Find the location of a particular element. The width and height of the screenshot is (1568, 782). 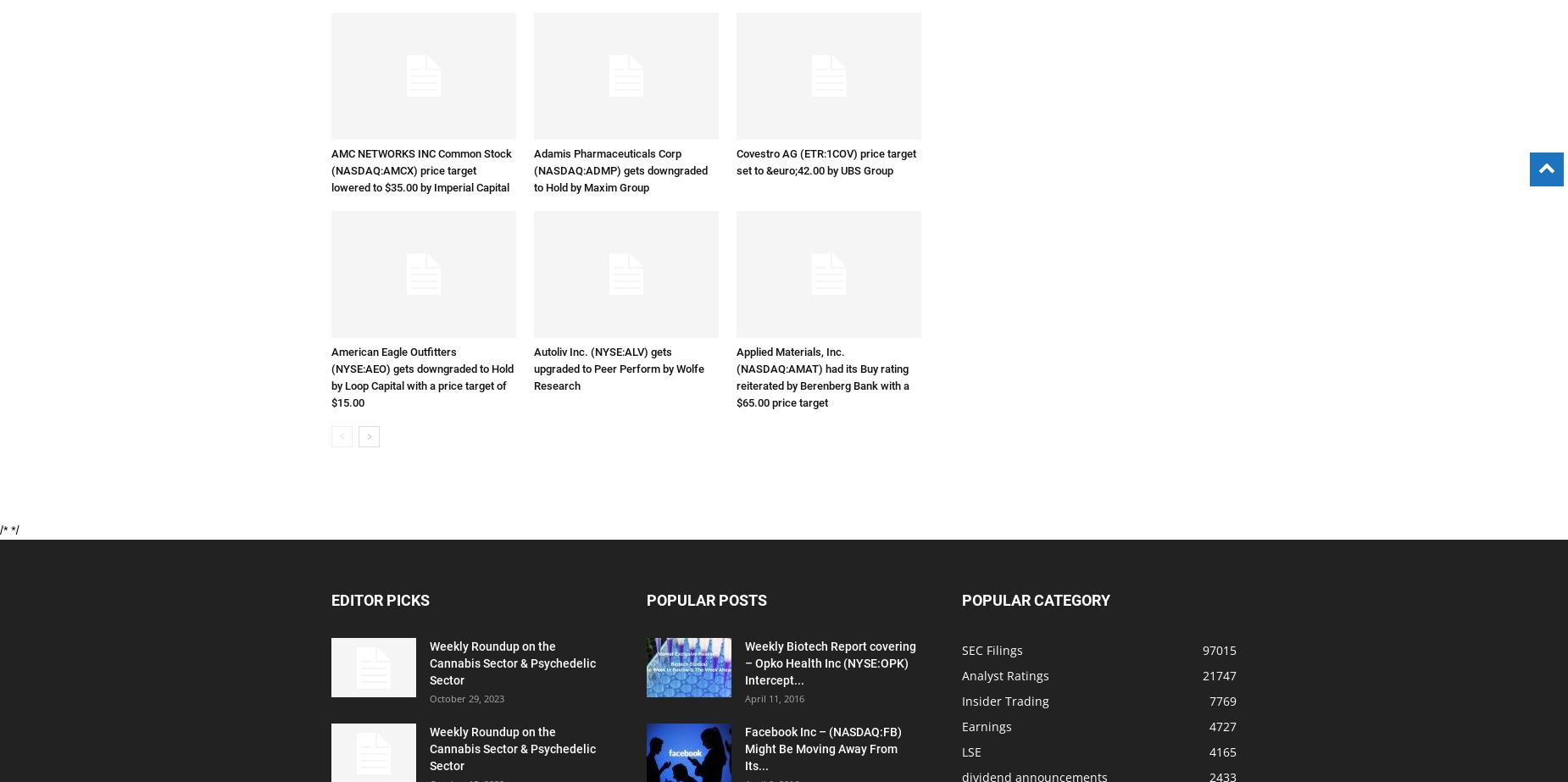

'Weekly Biotech Report covering – Opko Health Inc (NYSE:OPK)  Intercept...' is located at coordinates (829, 662).